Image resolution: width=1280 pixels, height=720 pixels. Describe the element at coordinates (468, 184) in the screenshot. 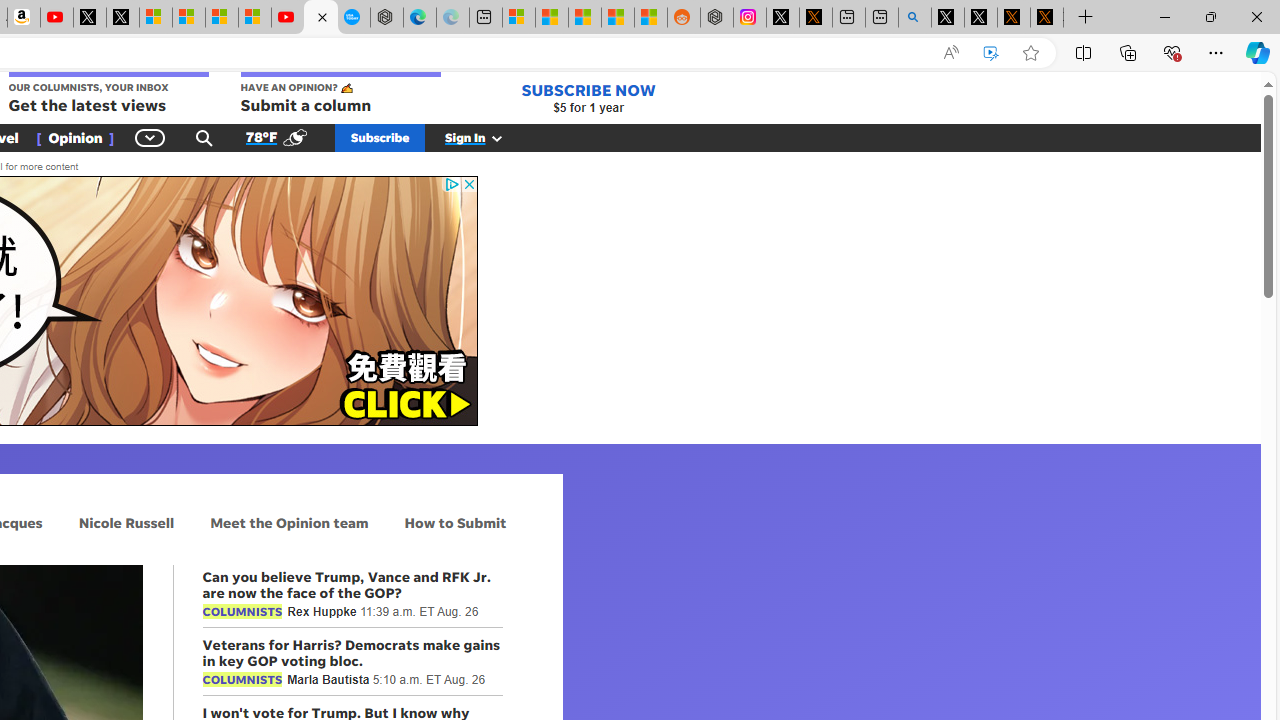

I see `'AutomationID: close_button_svg'` at that location.